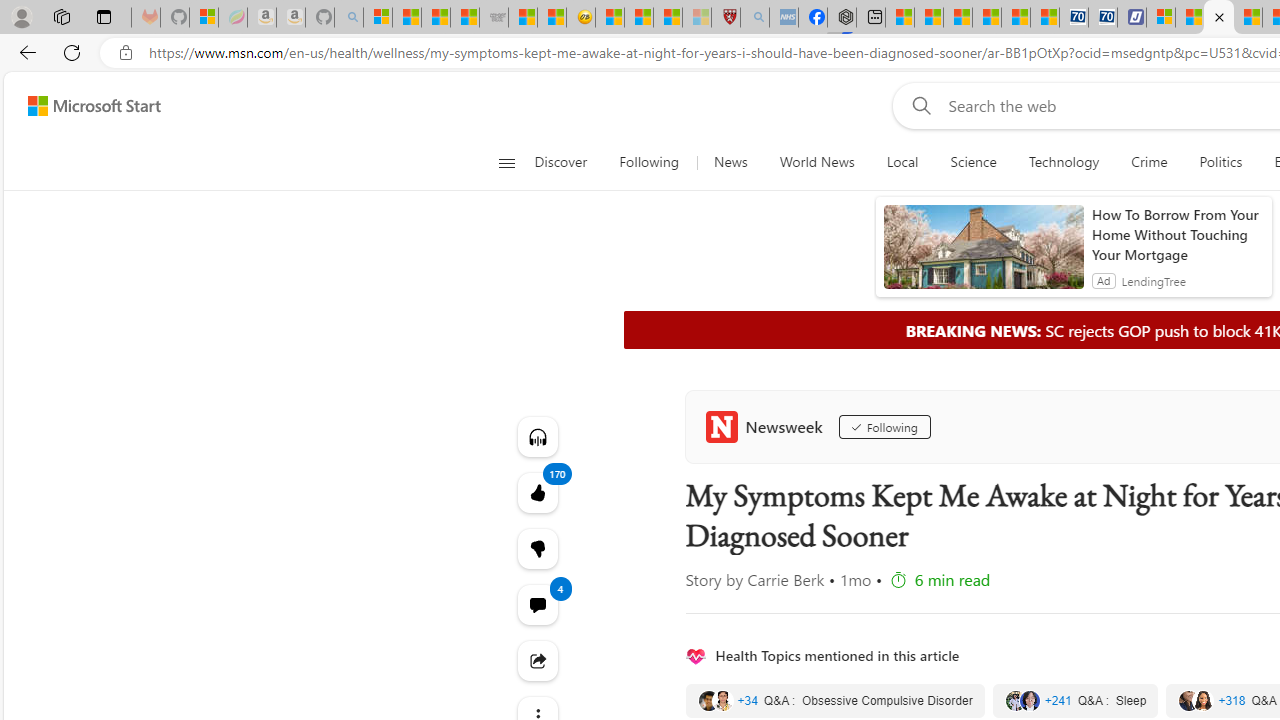  What do you see at coordinates (537, 549) in the screenshot?
I see `'Dislike'` at bounding box center [537, 549].